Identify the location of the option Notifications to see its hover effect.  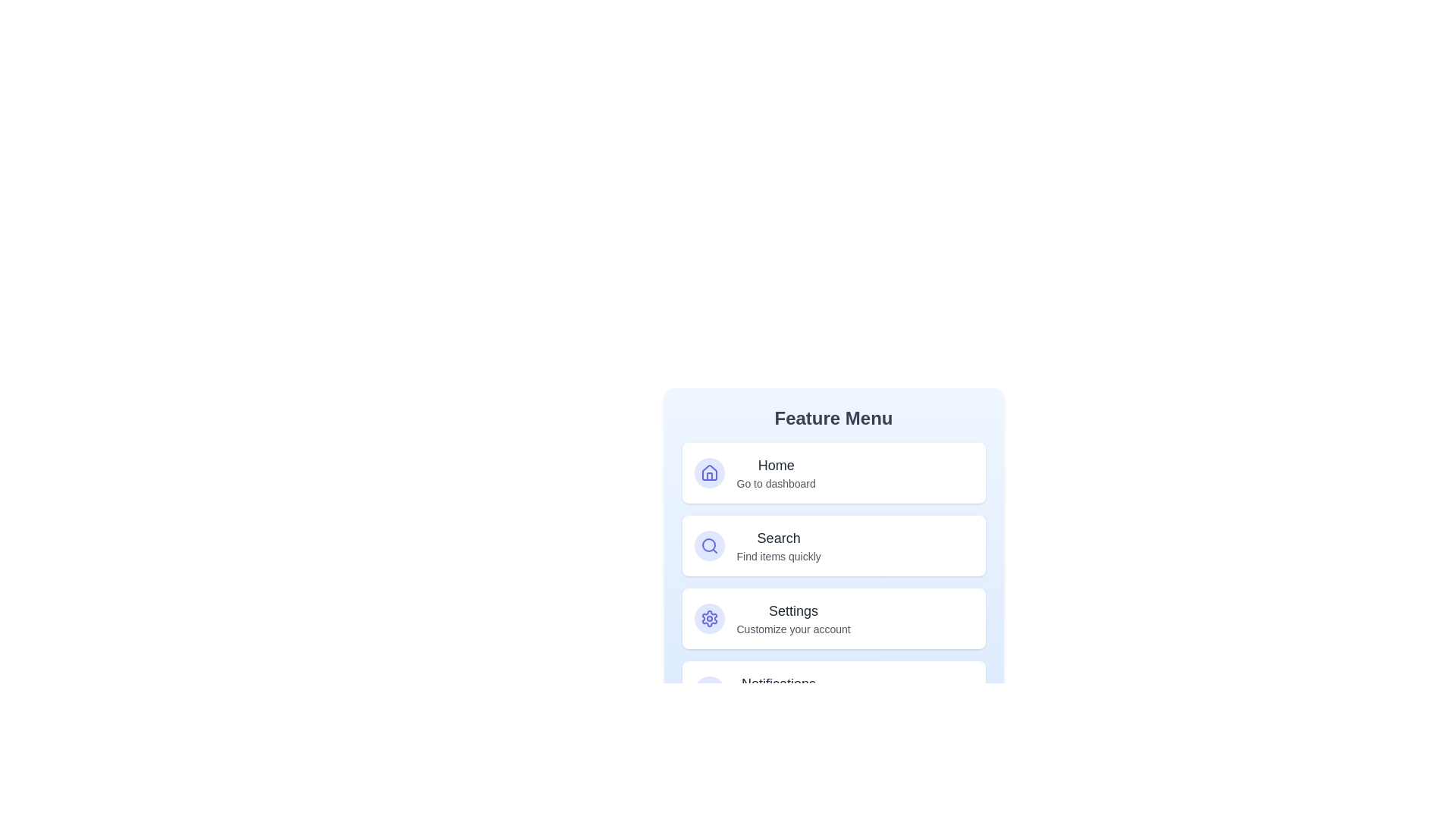
(833, 691).